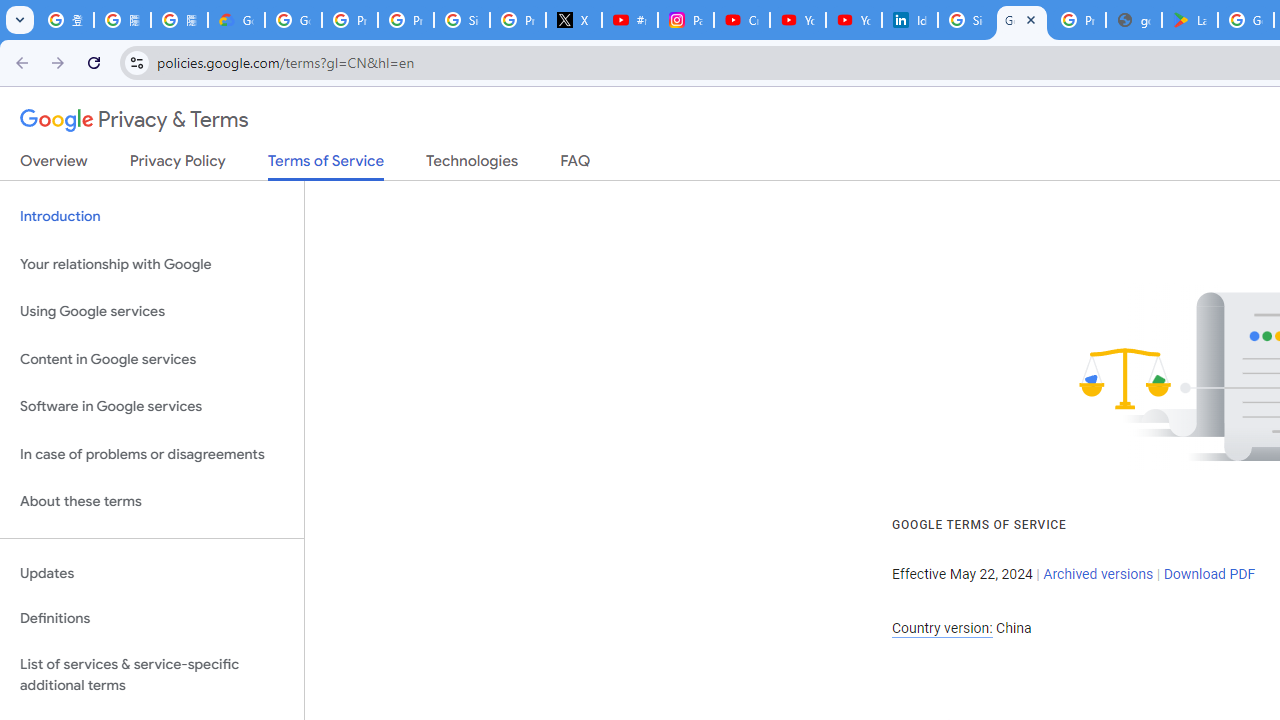 This screenshot has width=1280, height=720. What do you see at coordinates (853, 20) in the screenshot?
I see `'YouTube Culture & Trends - YouTube Top 10, 2021'` at bounding box center [853, 20].